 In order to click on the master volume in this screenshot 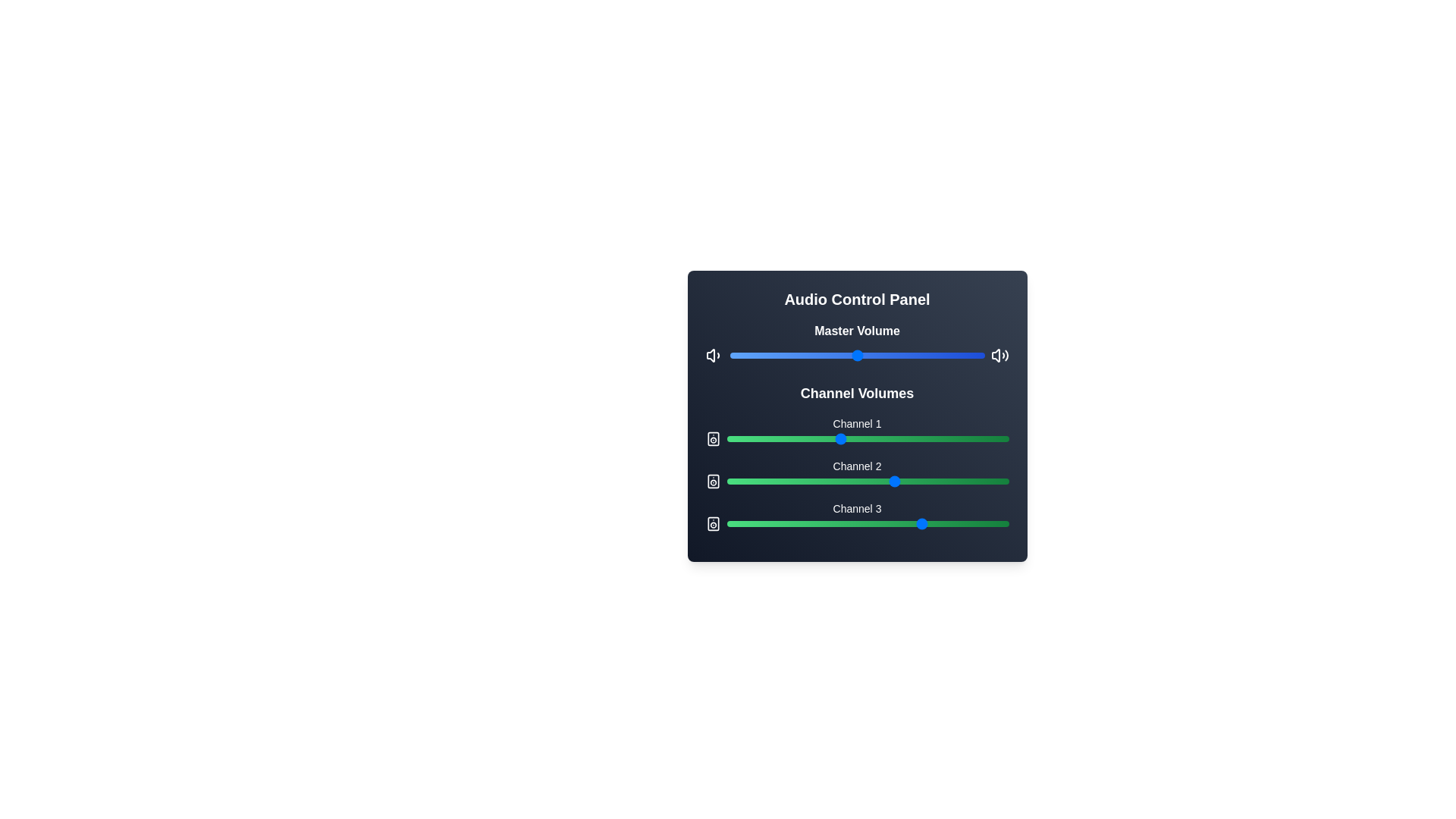, I will do `click(811, 356)`.